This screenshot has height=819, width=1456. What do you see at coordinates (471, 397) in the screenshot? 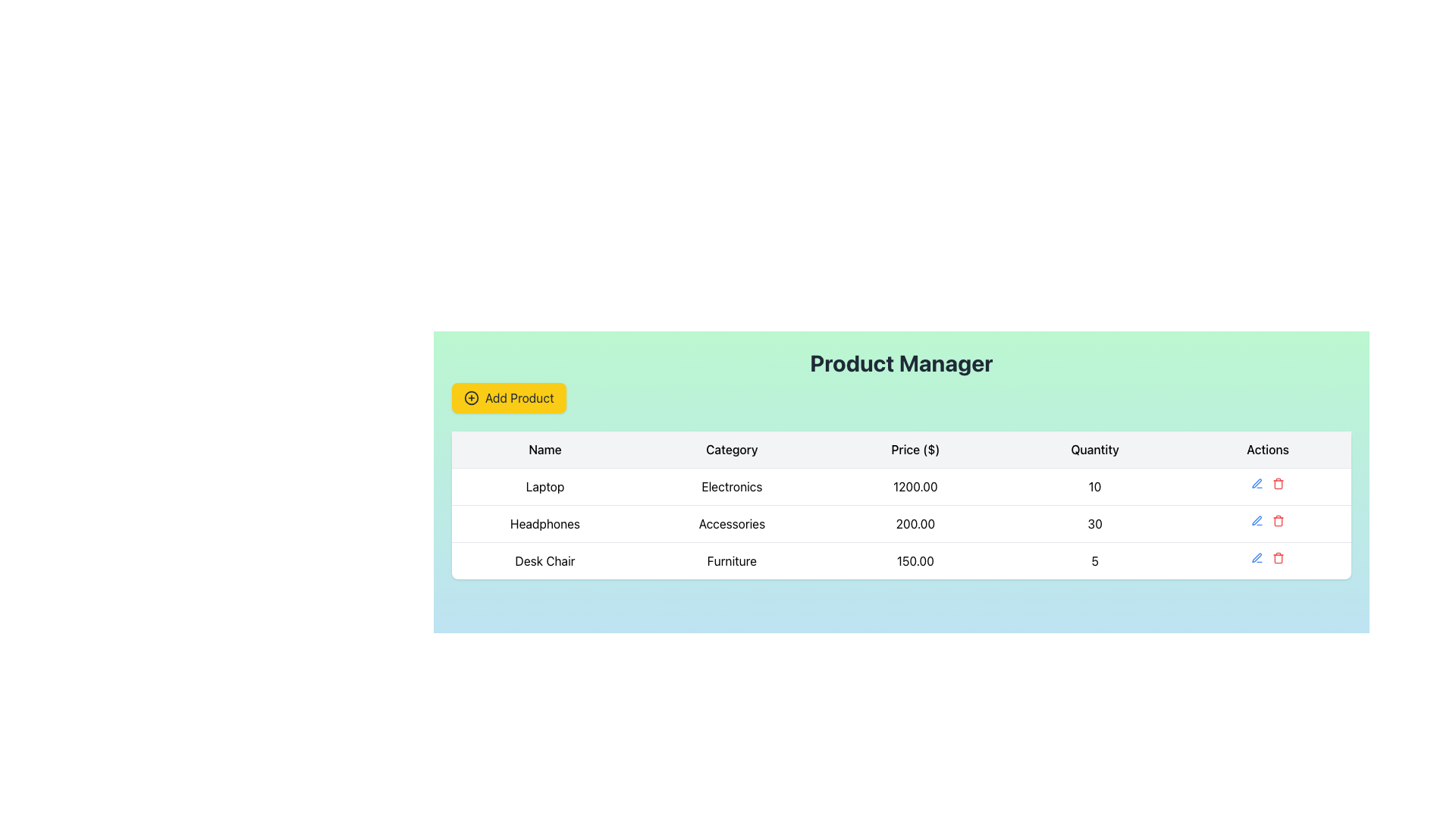
I see `the circular '+' icon located to the left of the yellow 'Add Product' button` at bounding box center [471, 397].